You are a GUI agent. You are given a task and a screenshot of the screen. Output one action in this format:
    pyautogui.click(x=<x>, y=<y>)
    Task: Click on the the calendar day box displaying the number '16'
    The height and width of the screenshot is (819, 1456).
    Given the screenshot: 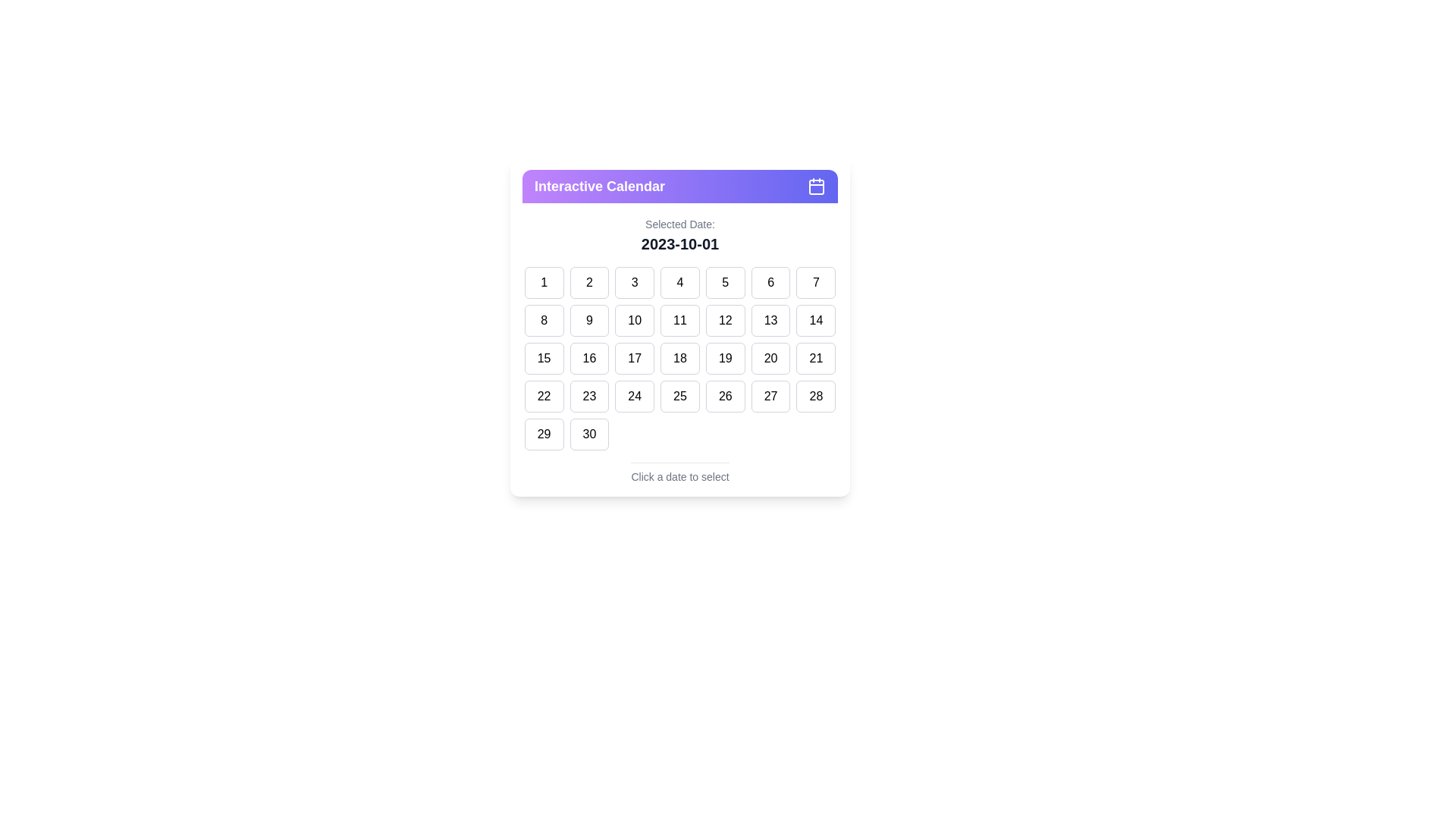 What is the action you would take?
    pyautogui.click(x=588, y=359)
    